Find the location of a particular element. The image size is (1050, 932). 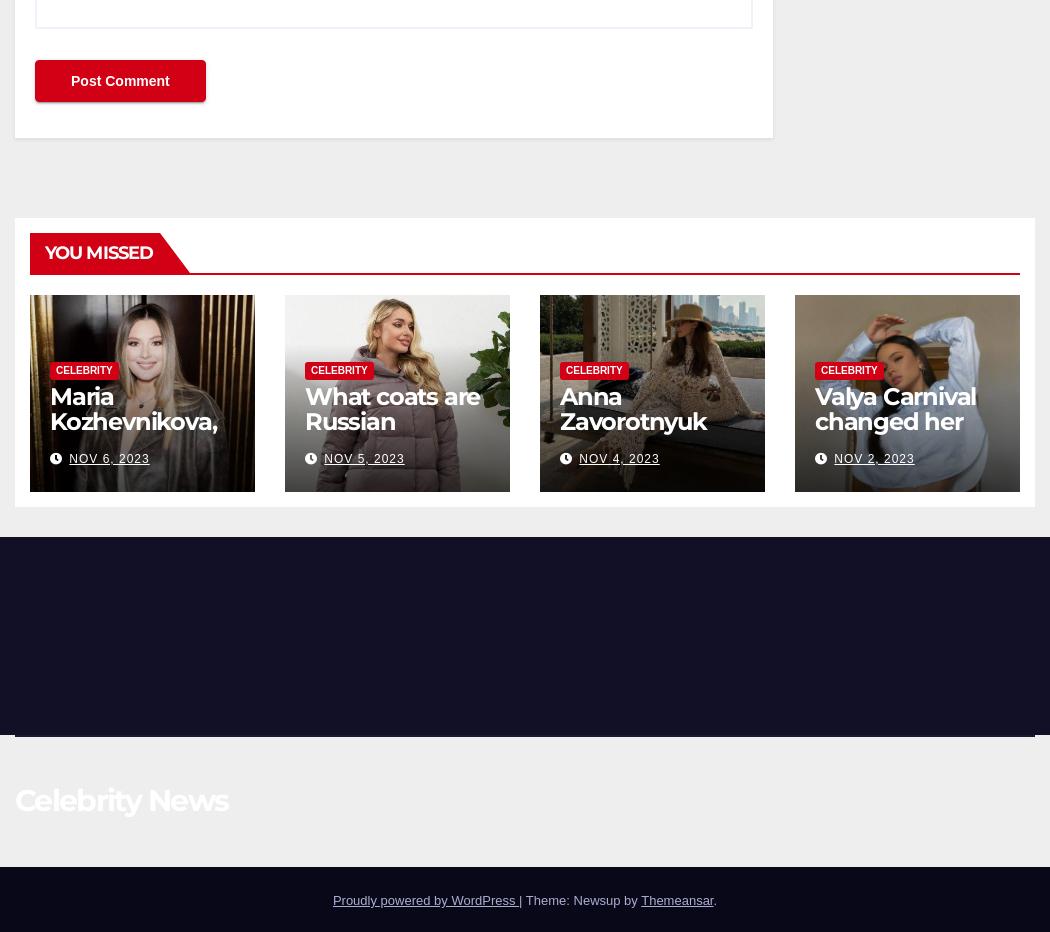

'Proudly powered by WordPress' is located at coordinates (424, 900).